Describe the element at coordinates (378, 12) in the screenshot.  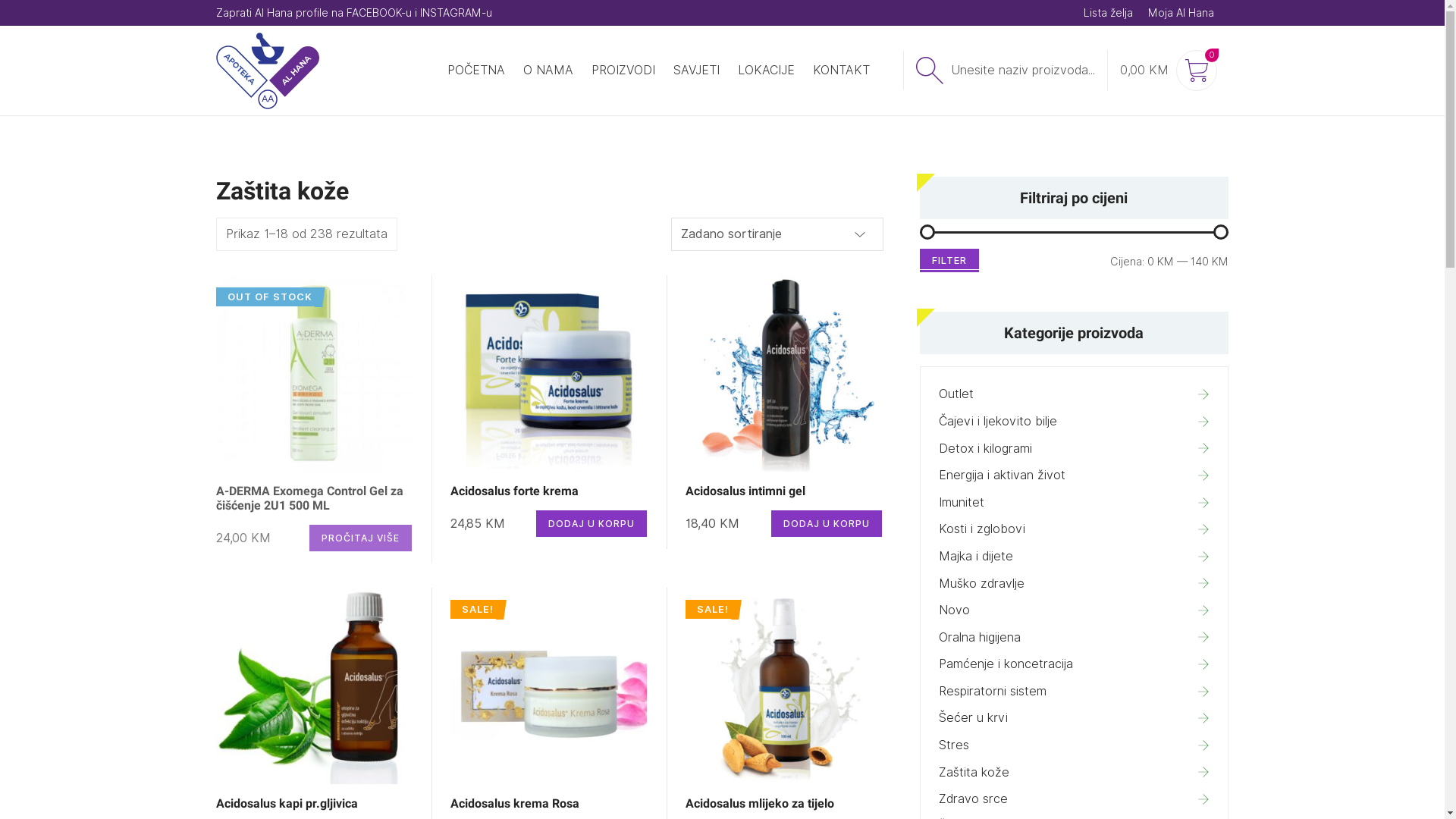
I see `'FACEBOOK-u'` at that location.